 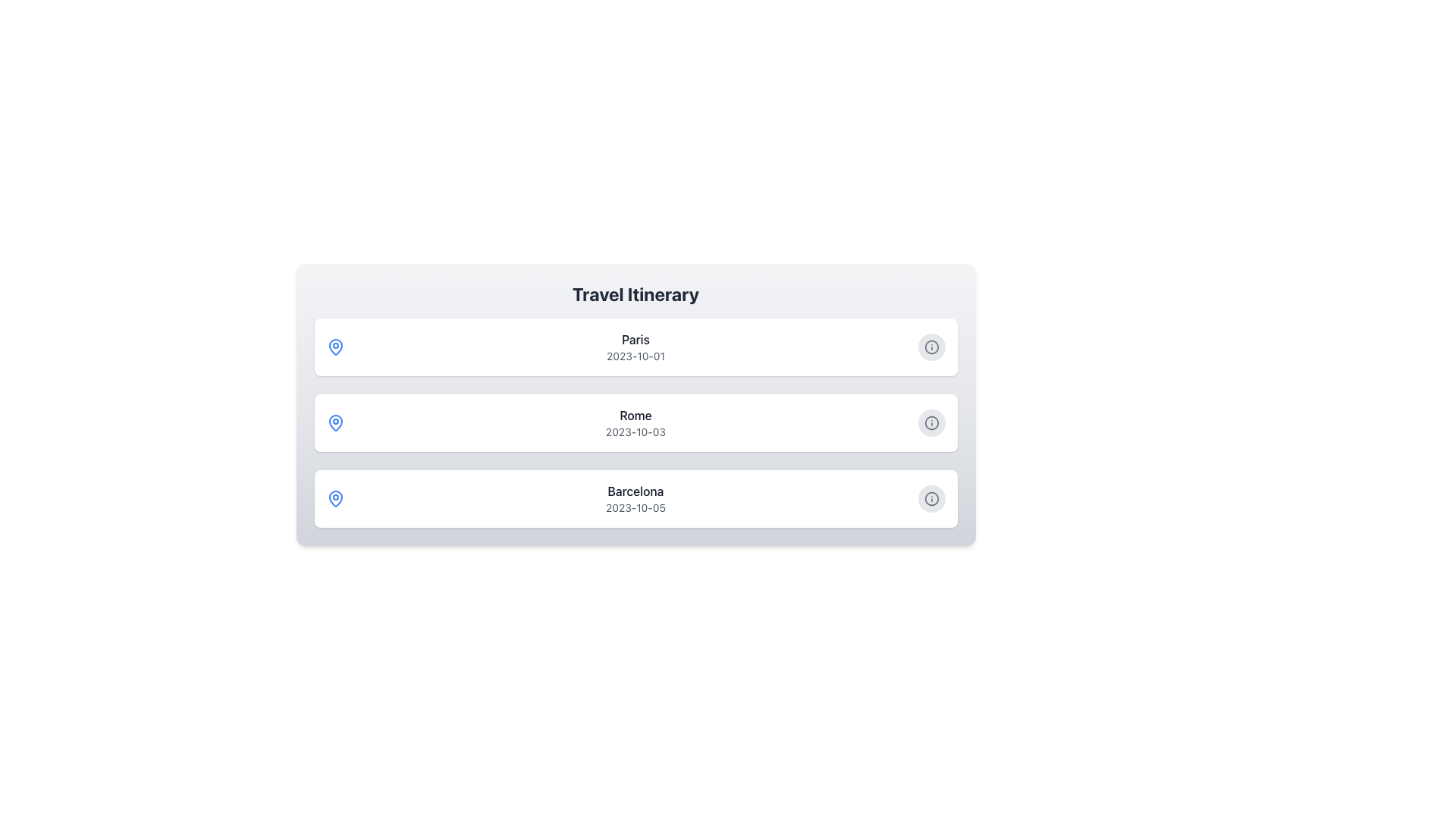 I want to click on the circular blue pin icon located at the far left of the row for 'Rome', so click(x=334, y=423).